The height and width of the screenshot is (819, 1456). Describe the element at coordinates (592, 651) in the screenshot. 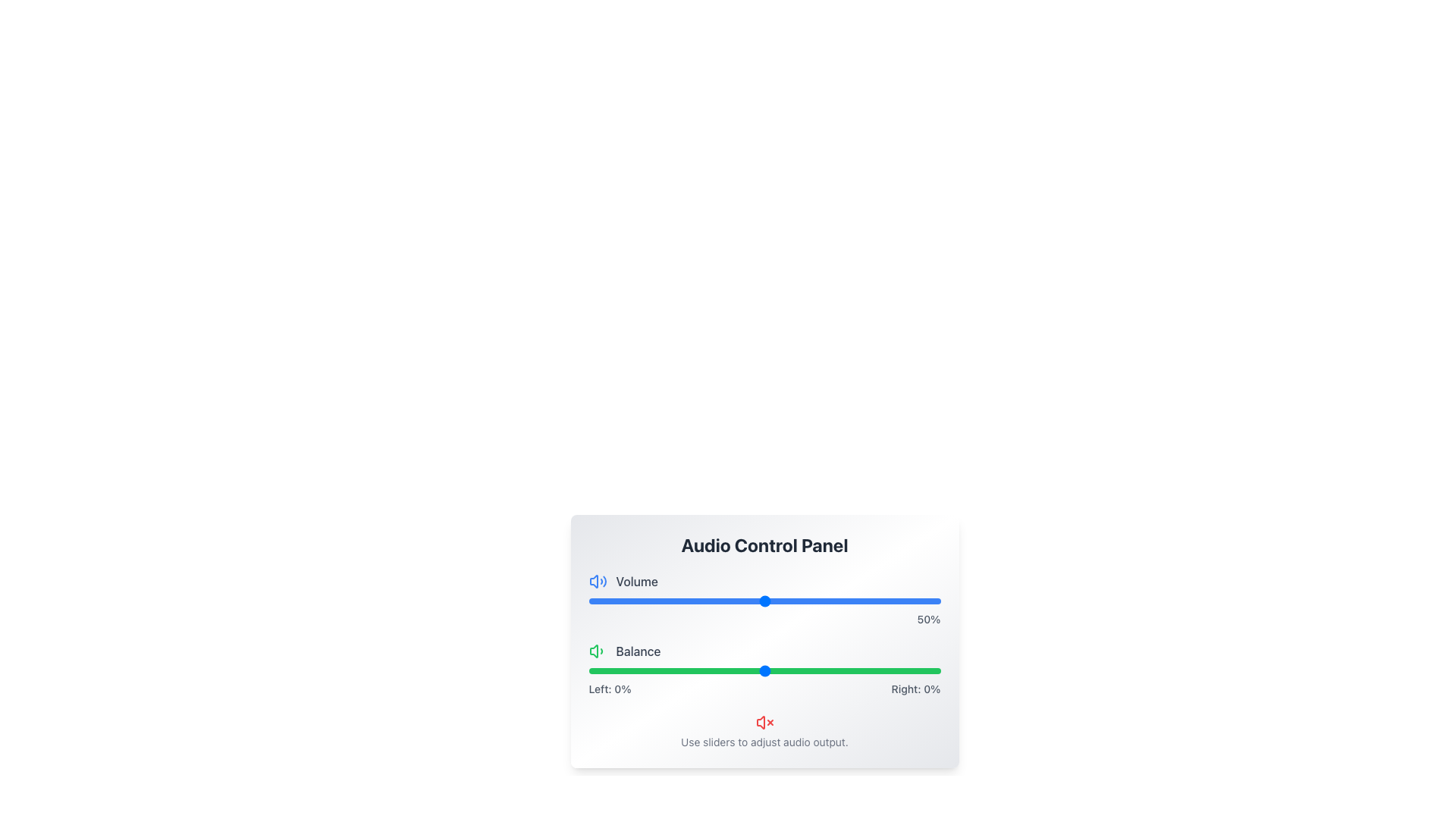

I see `the visual feedback of the speaker icon's main body, which is a trapezoidal green shape located within the 'Balance' section of the audio control panel, adjacent to the text 'Balance'` at that location.